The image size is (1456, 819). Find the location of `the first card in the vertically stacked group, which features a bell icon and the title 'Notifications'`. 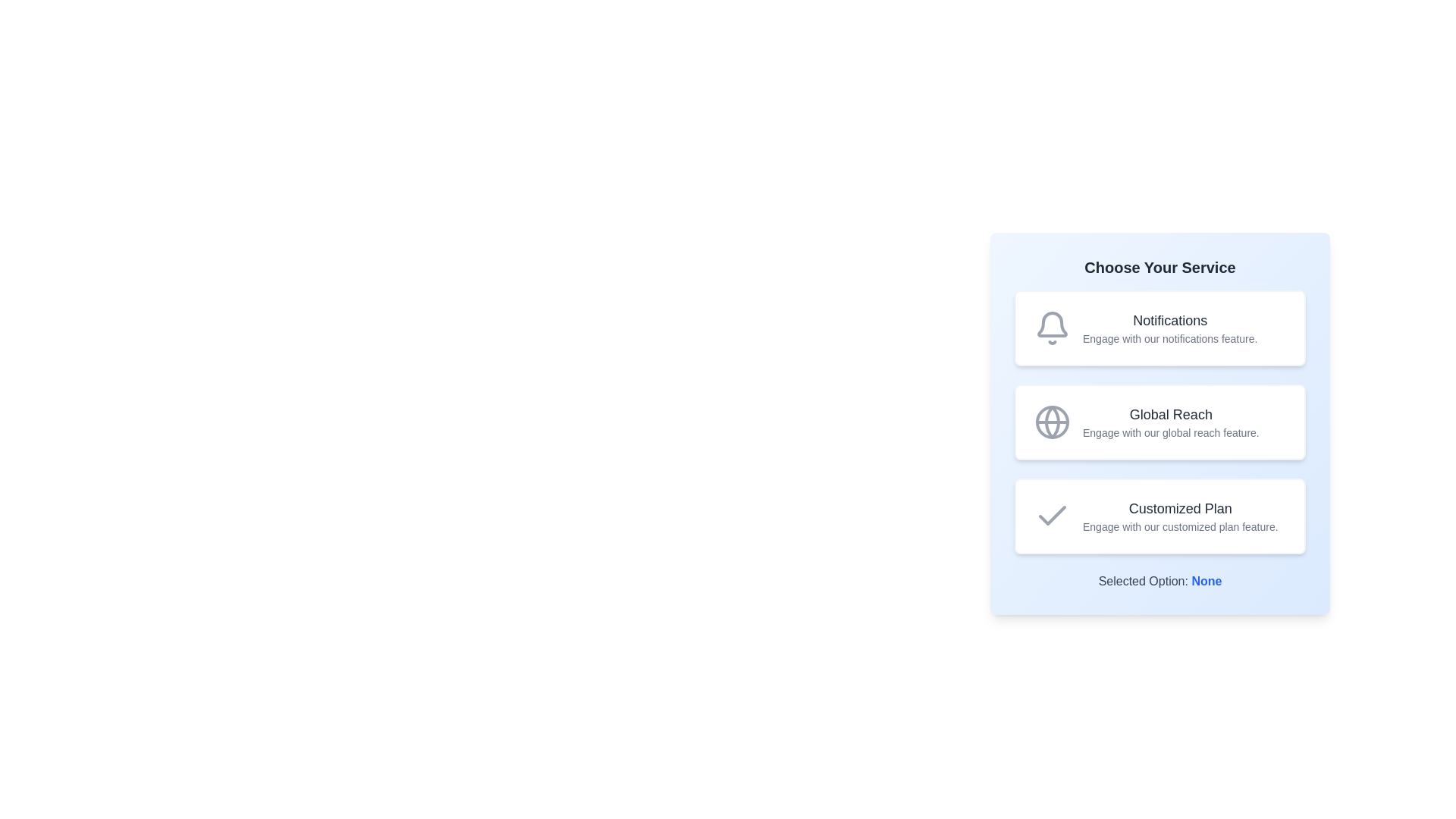

the first card in the vertically stacked group, which features a bell icon and the title 'Notifications' is located at coordinates (1159, 327).